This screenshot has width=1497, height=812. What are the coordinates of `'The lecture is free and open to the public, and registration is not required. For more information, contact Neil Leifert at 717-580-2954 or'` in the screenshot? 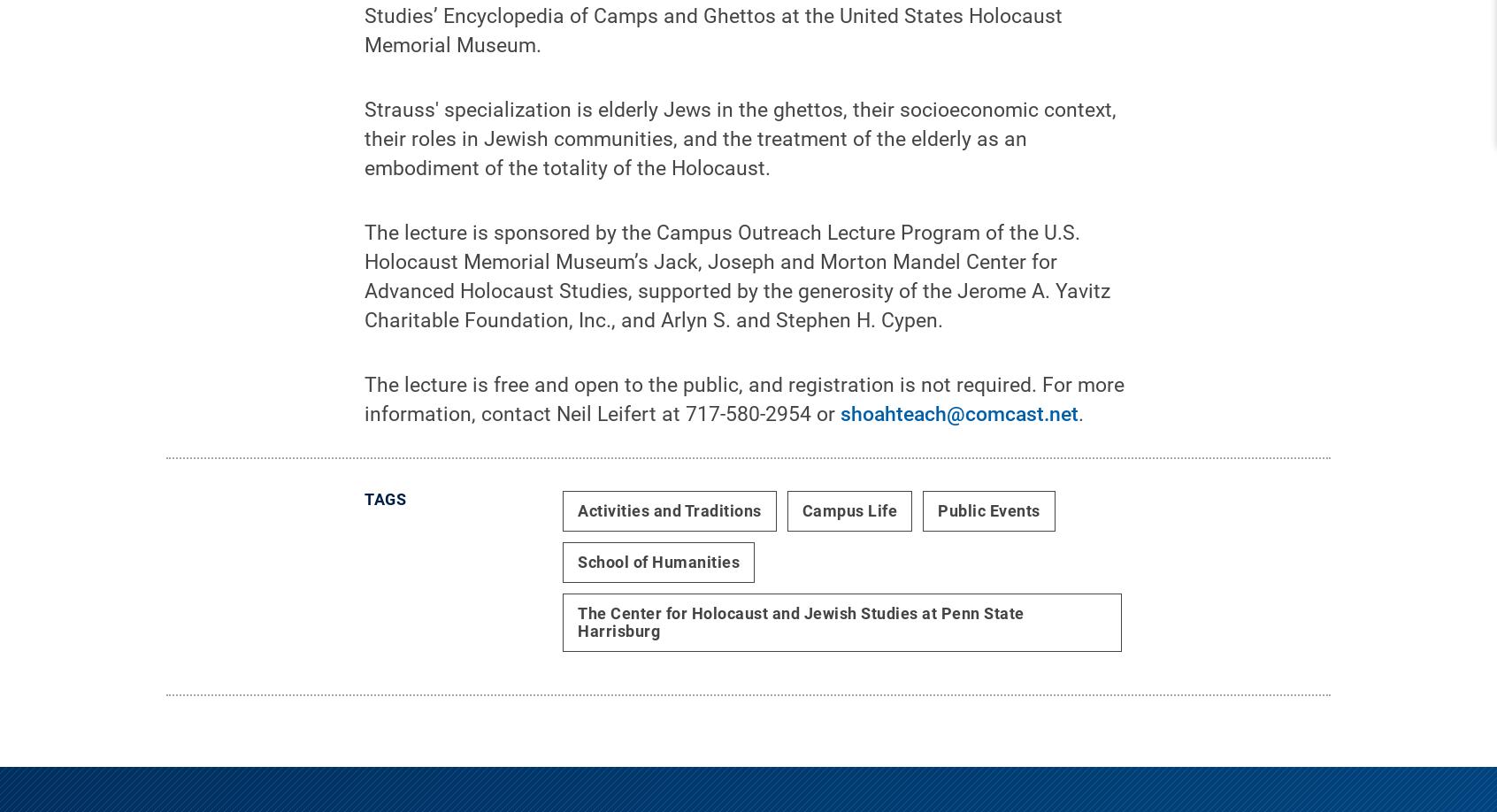 It's located at (744, 412).